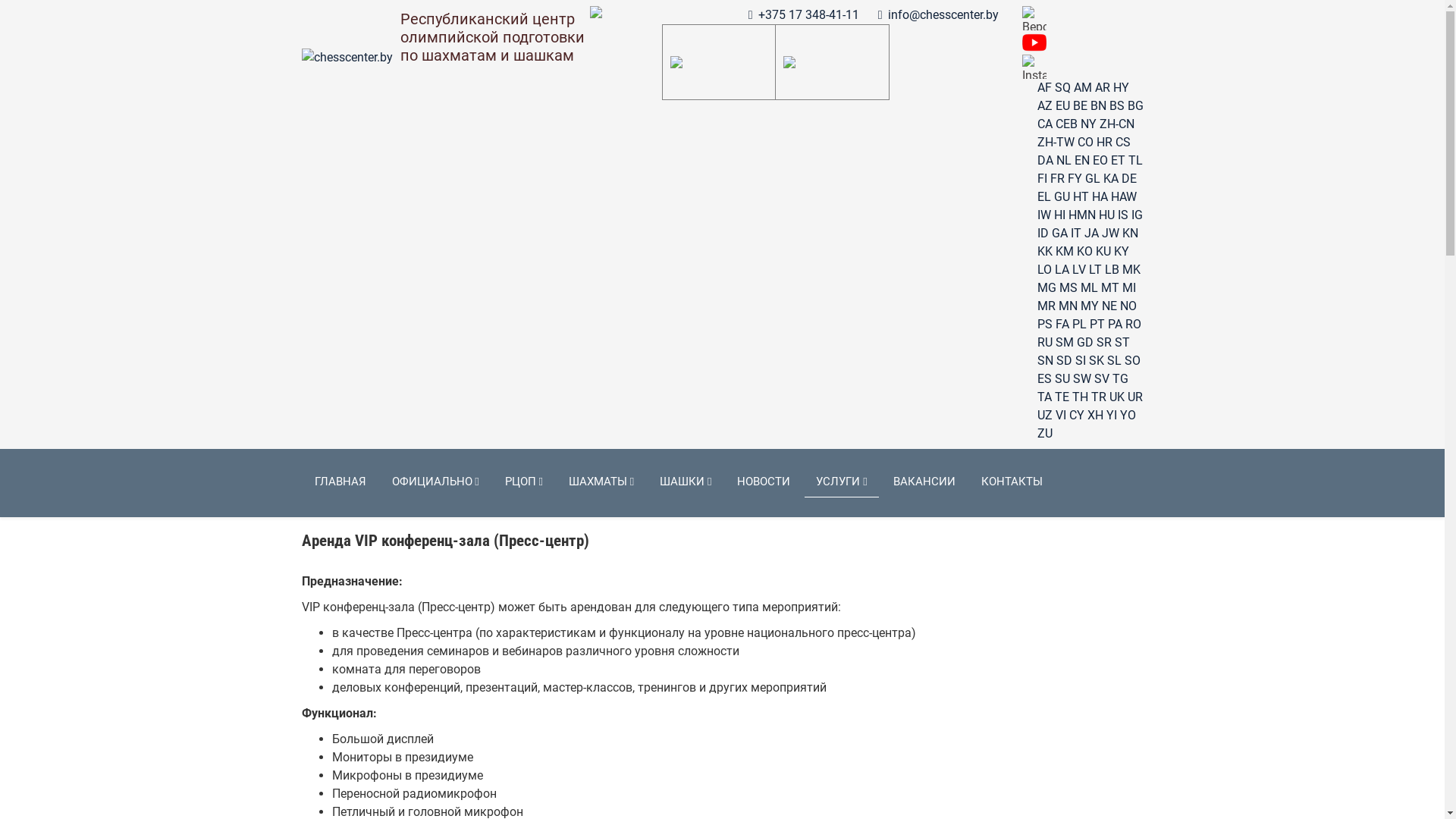 Image resolution: width=1456 pixels, height=819 pixels. I want to click on 'KO', so click(1084, 250).